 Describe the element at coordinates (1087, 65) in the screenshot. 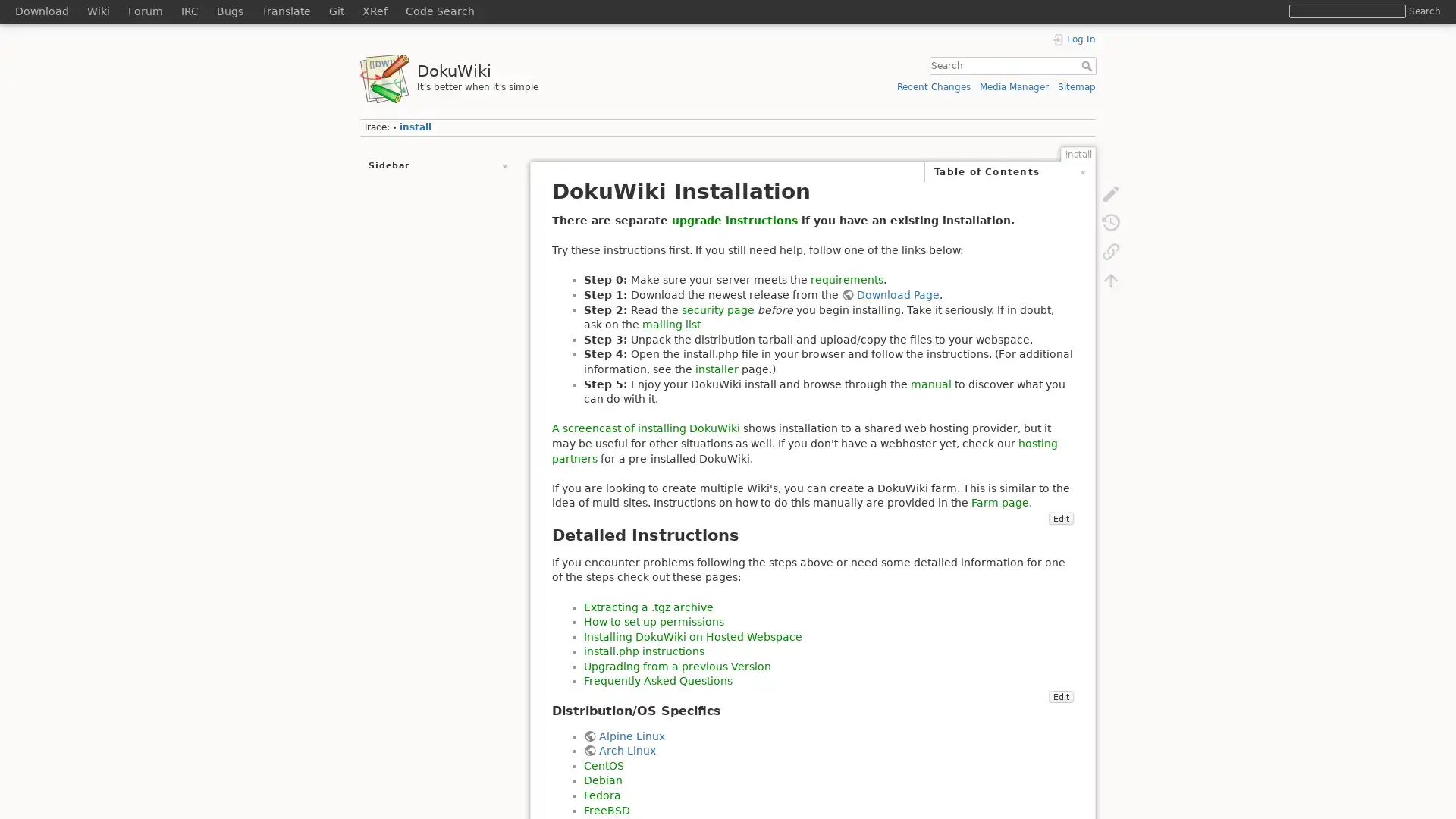

I see `Search` at that location.